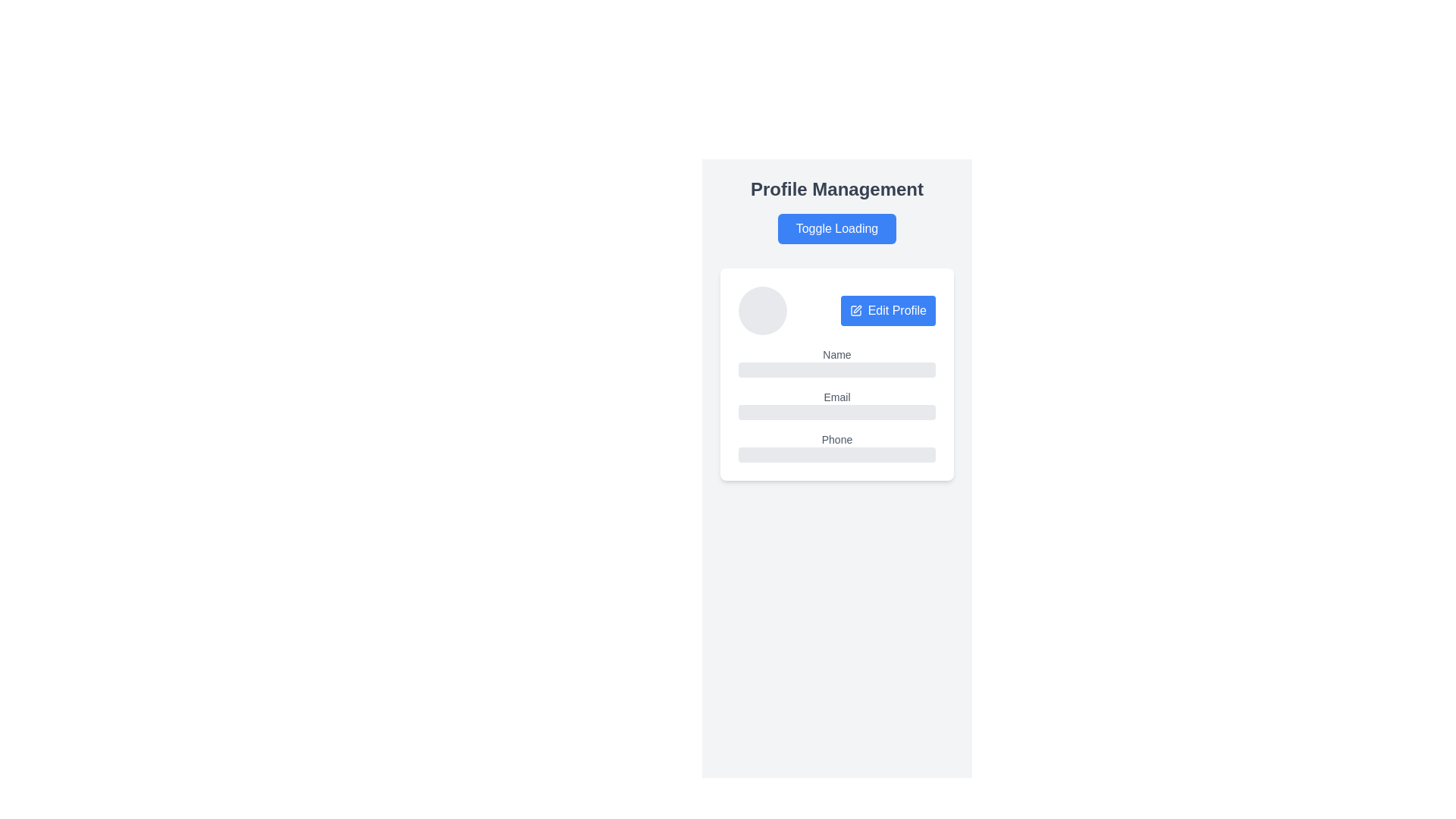  Describe the element at coordinates (897, 309) in the screenshot. I see `the Text Label that serves as a label for the button to edit profile information, located in the top-right corner of the profile card` at that location.